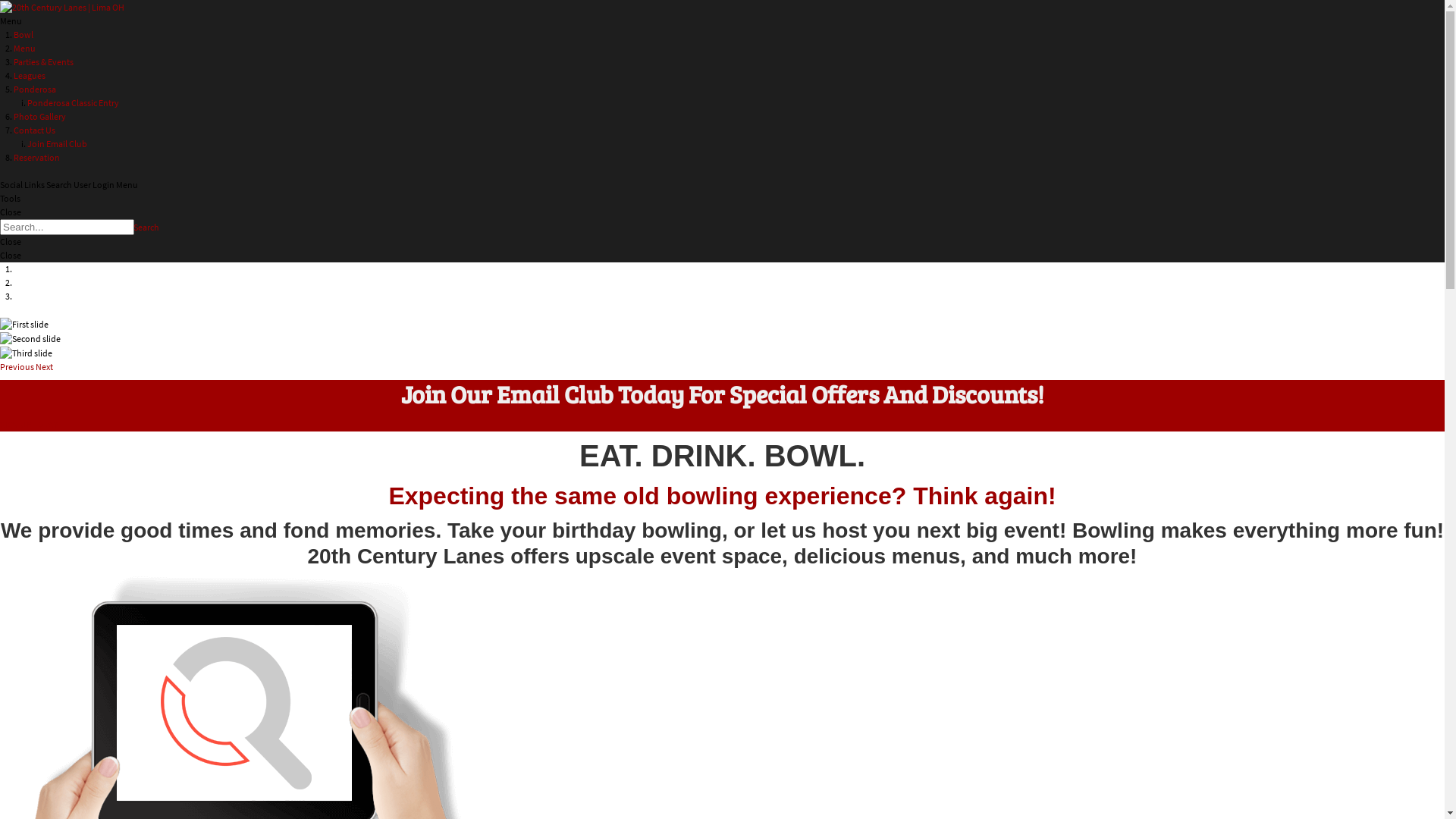 Image resolution: width=1456 pixels, height=819 pixels. Describe the element at coordinates (29, 424) in the screenshot. I see `'SIGN UP TODAY'` at that location.